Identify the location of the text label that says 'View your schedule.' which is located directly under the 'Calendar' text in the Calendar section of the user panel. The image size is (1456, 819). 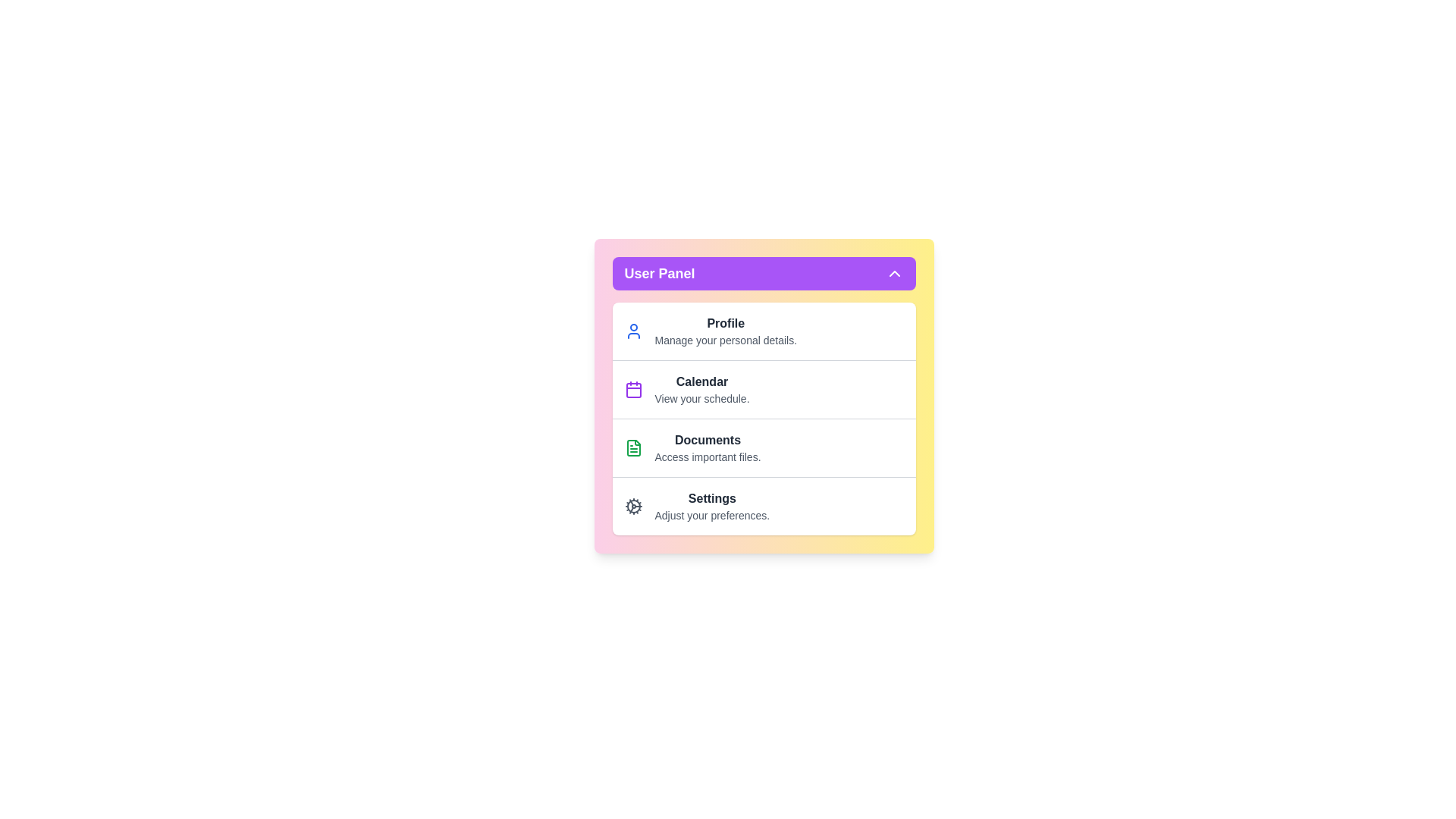
(701, 397).